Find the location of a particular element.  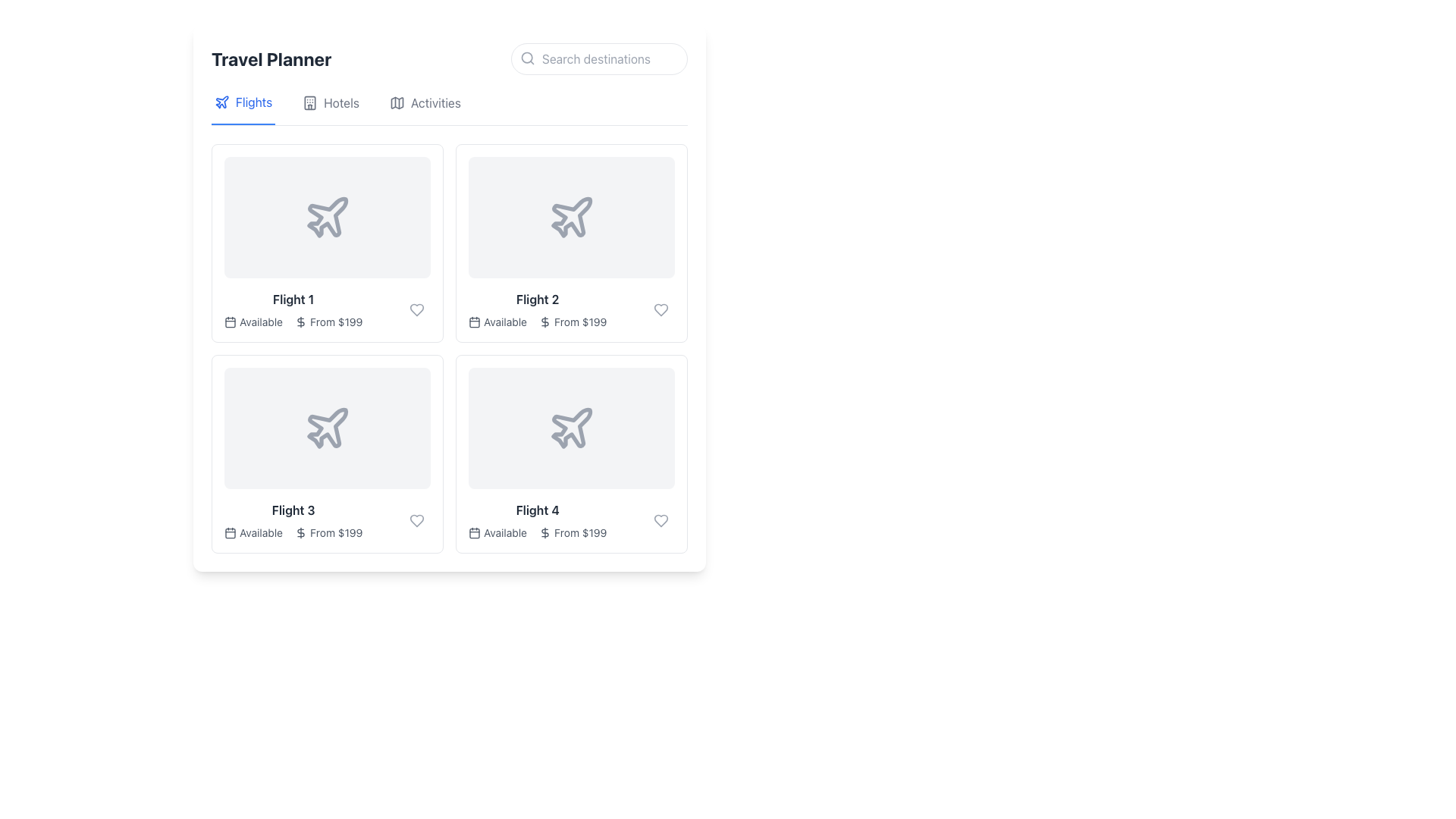

the text displaying the starting price for the 'Flight 2' item, located in the second column of the first row, directly below the 'Available' caption is located at coordinates (572, 321).